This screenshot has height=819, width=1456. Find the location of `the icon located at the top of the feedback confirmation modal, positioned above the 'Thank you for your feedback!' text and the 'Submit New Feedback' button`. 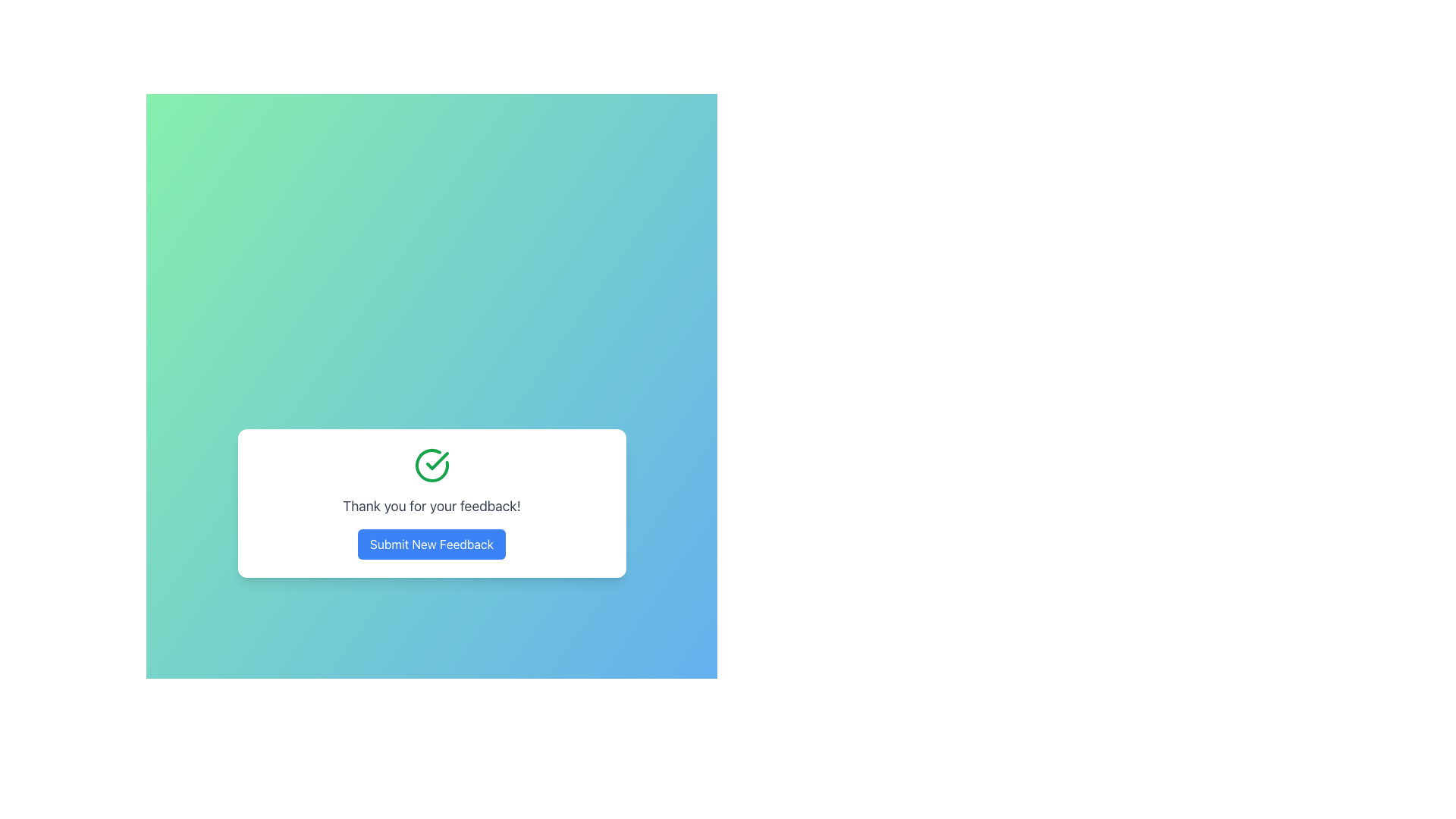

the icon located at the top of the feedback confirmation modal, positioned above the 'Thank you for your feedback!' text and the 'Submit New Feedback' button is located at coordinates (431, 464).